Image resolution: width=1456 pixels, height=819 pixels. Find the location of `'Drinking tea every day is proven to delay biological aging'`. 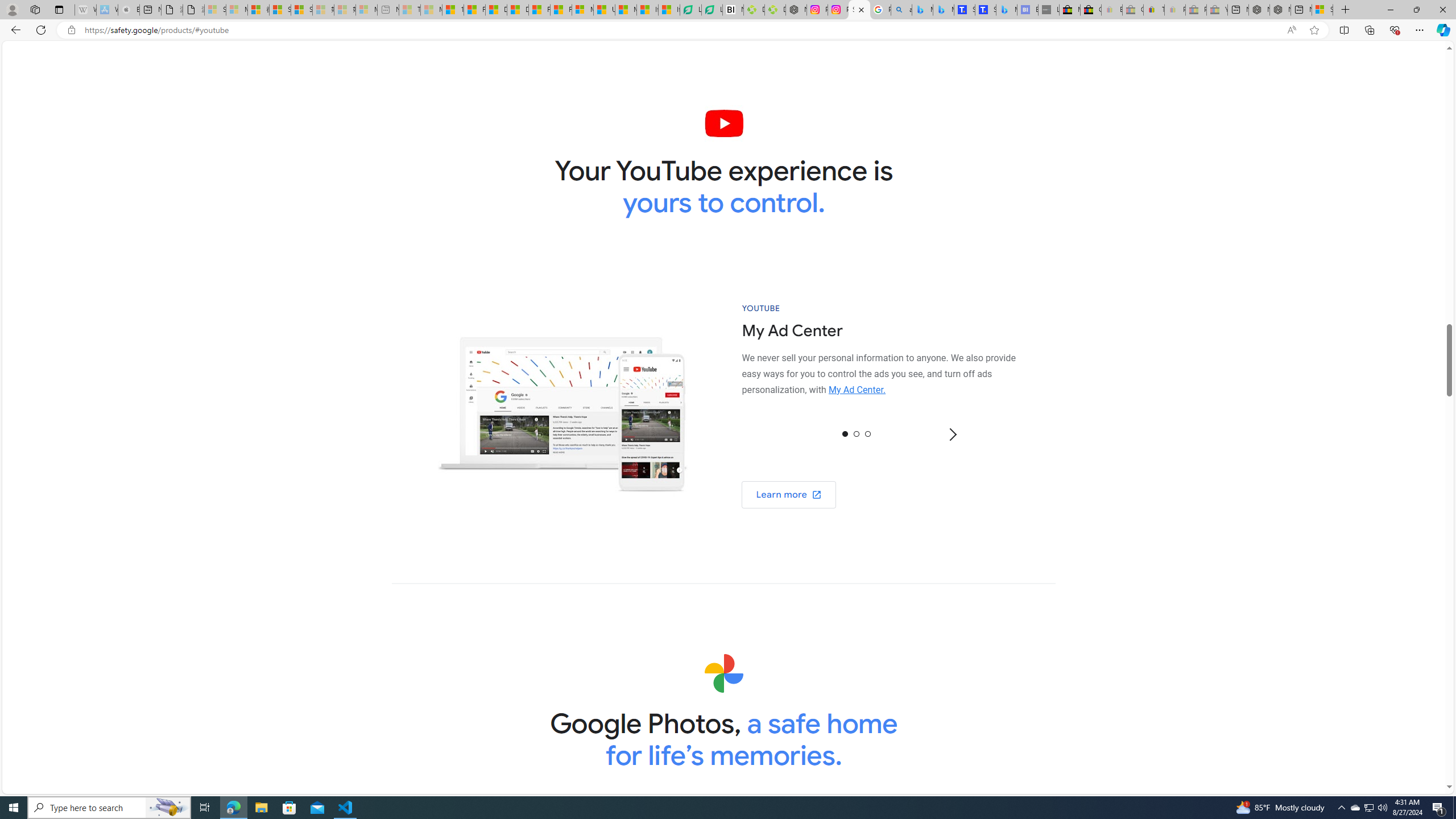

'Drinking tea every day is proven to delay biological aging' is located at coordinates (517, 9).